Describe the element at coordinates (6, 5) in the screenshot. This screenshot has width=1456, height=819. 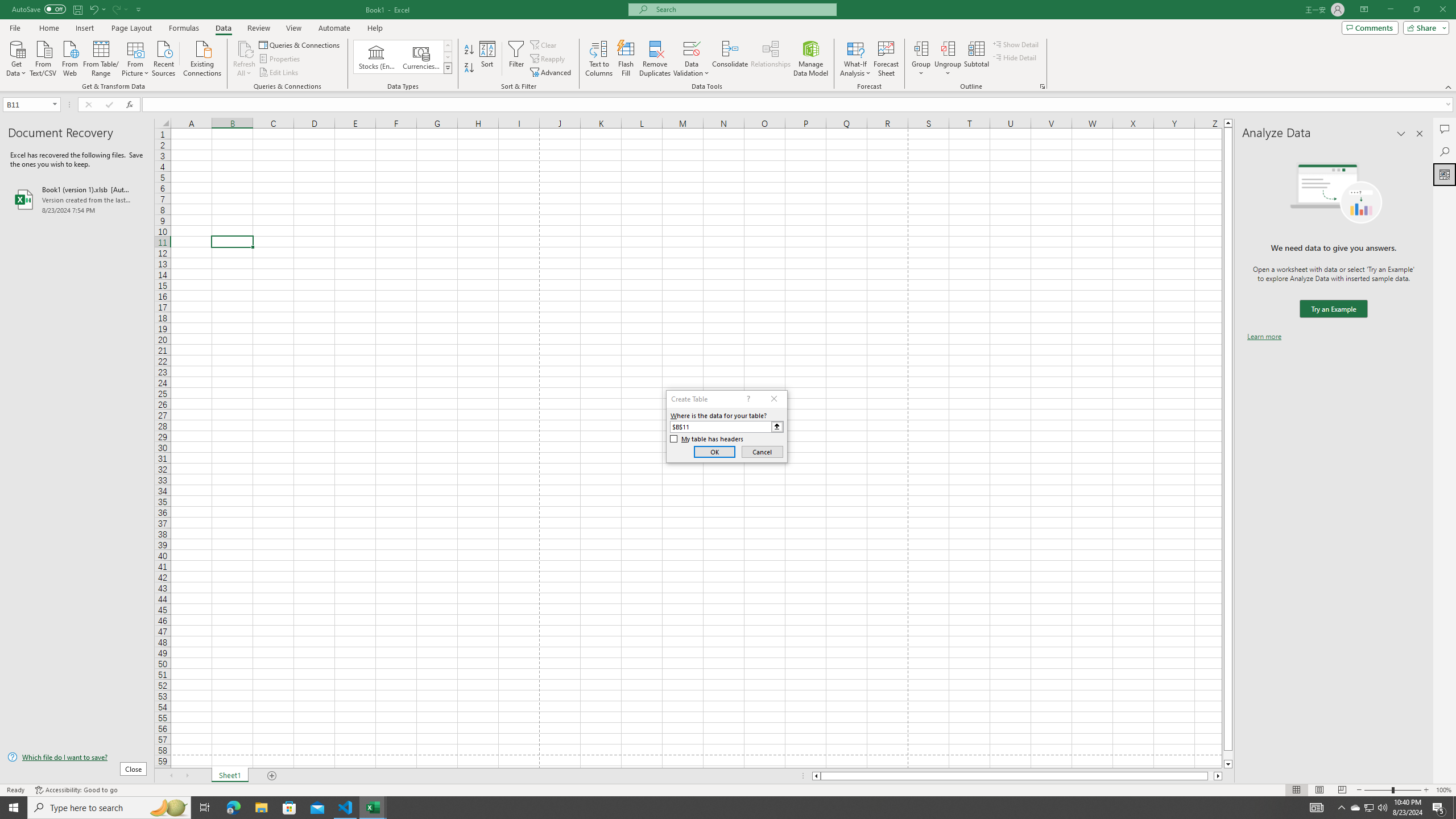
I see `'System'` at that location.